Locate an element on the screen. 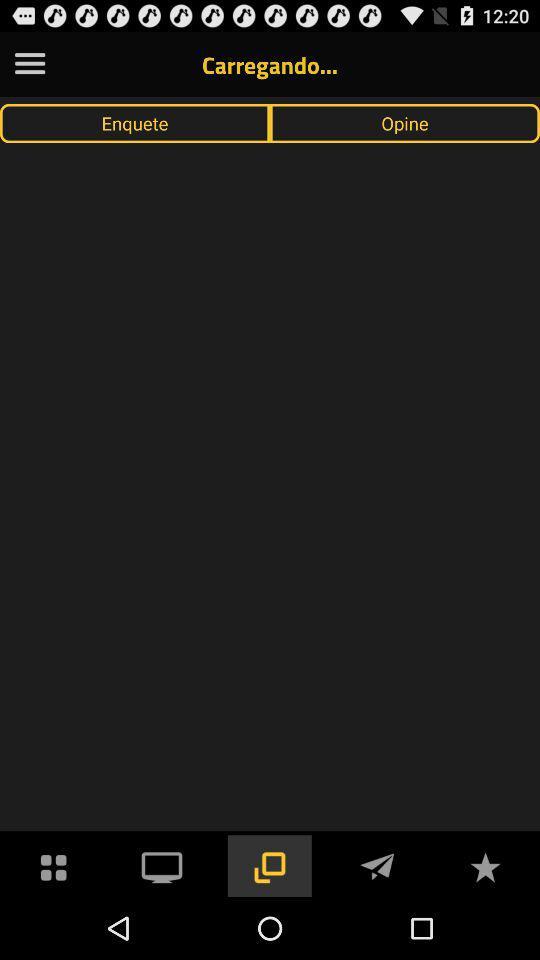  the opine item is located at coordinates (405, 122).